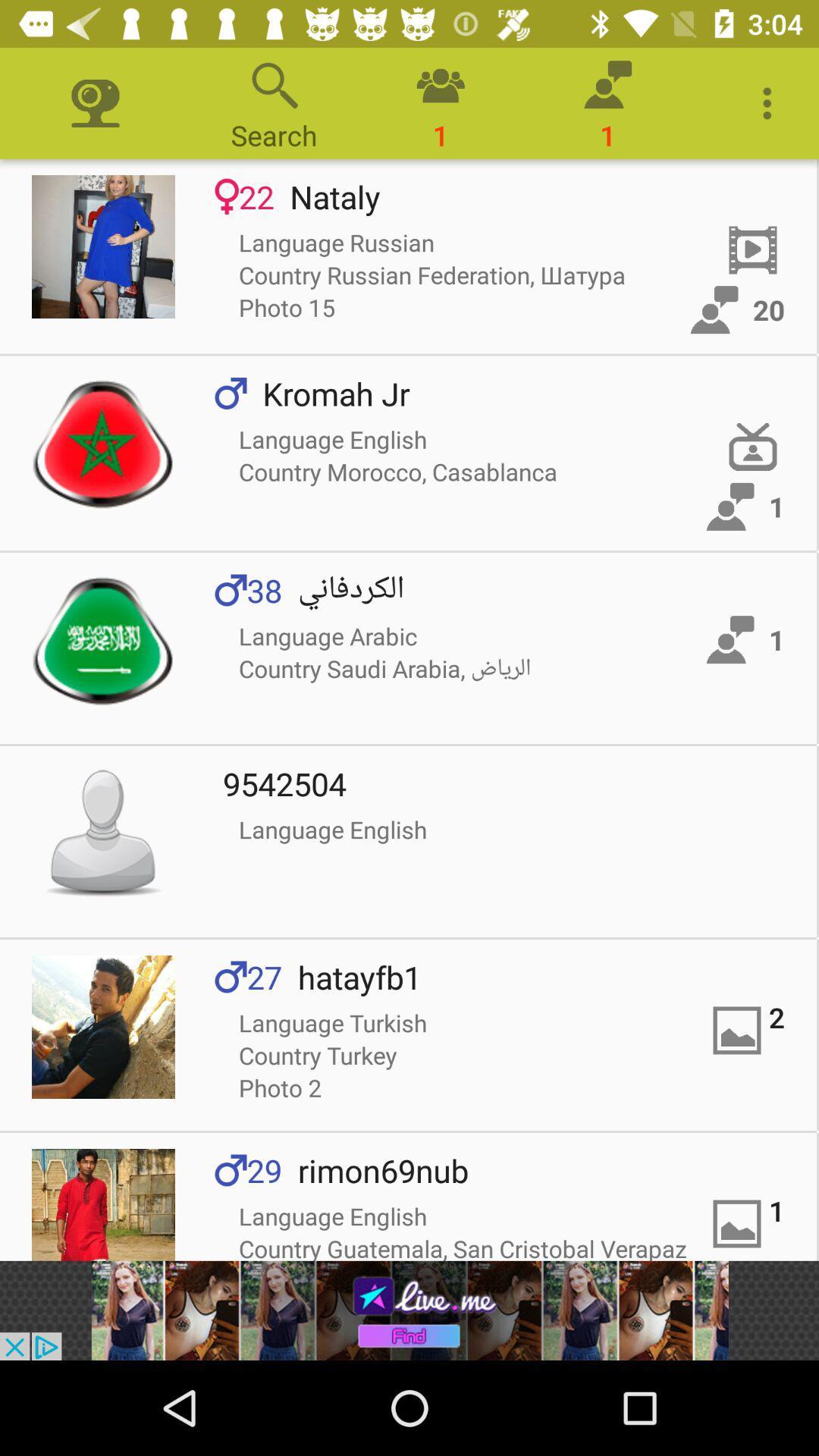 The width and height of the screenshot is (819, 1456). I want to click on redirect to advertisement, so click(409, 1310).